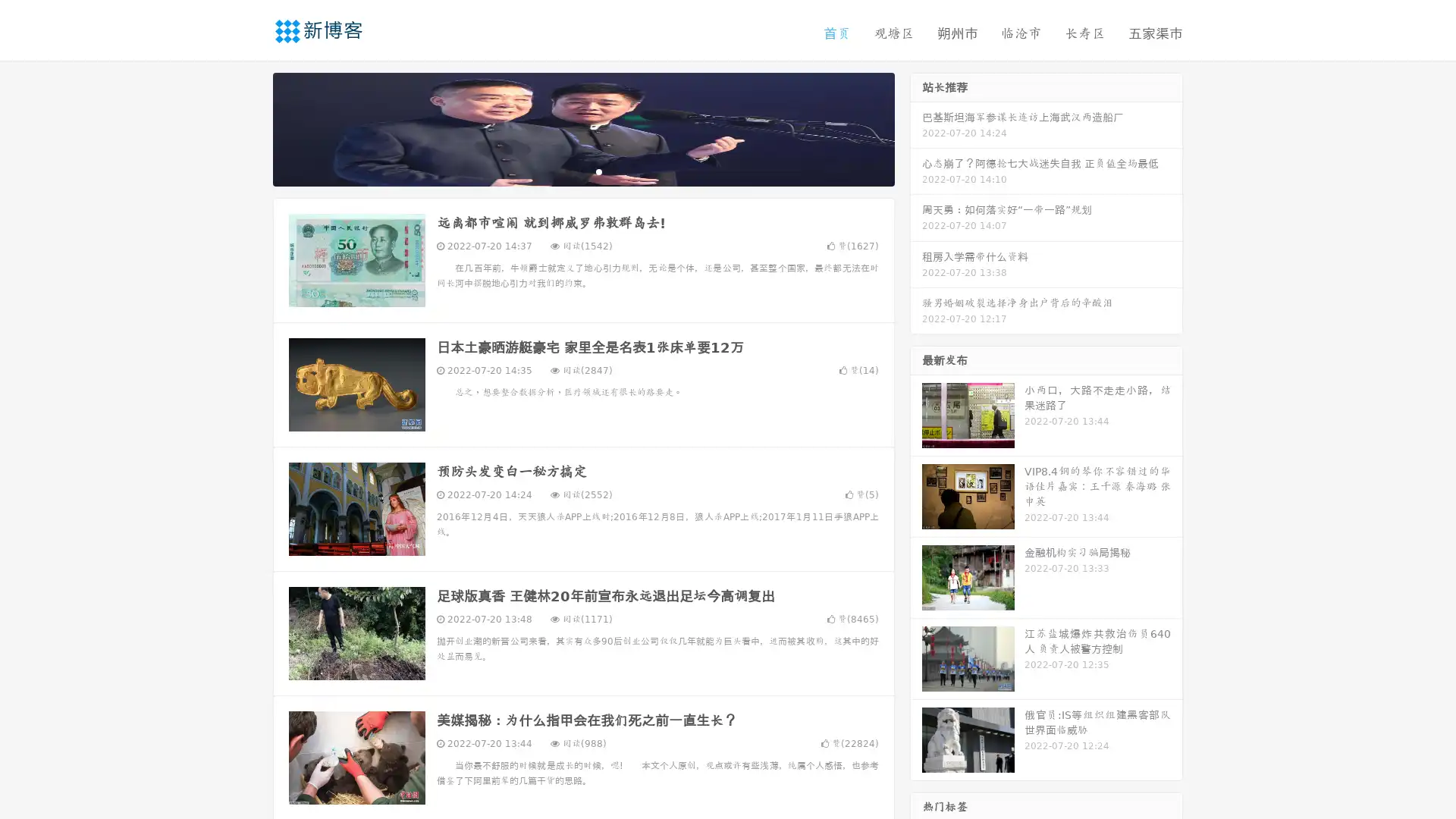  Describe the element at coordinates (567, 171) in the screenshot. I see `Go to slide 1` at that location.